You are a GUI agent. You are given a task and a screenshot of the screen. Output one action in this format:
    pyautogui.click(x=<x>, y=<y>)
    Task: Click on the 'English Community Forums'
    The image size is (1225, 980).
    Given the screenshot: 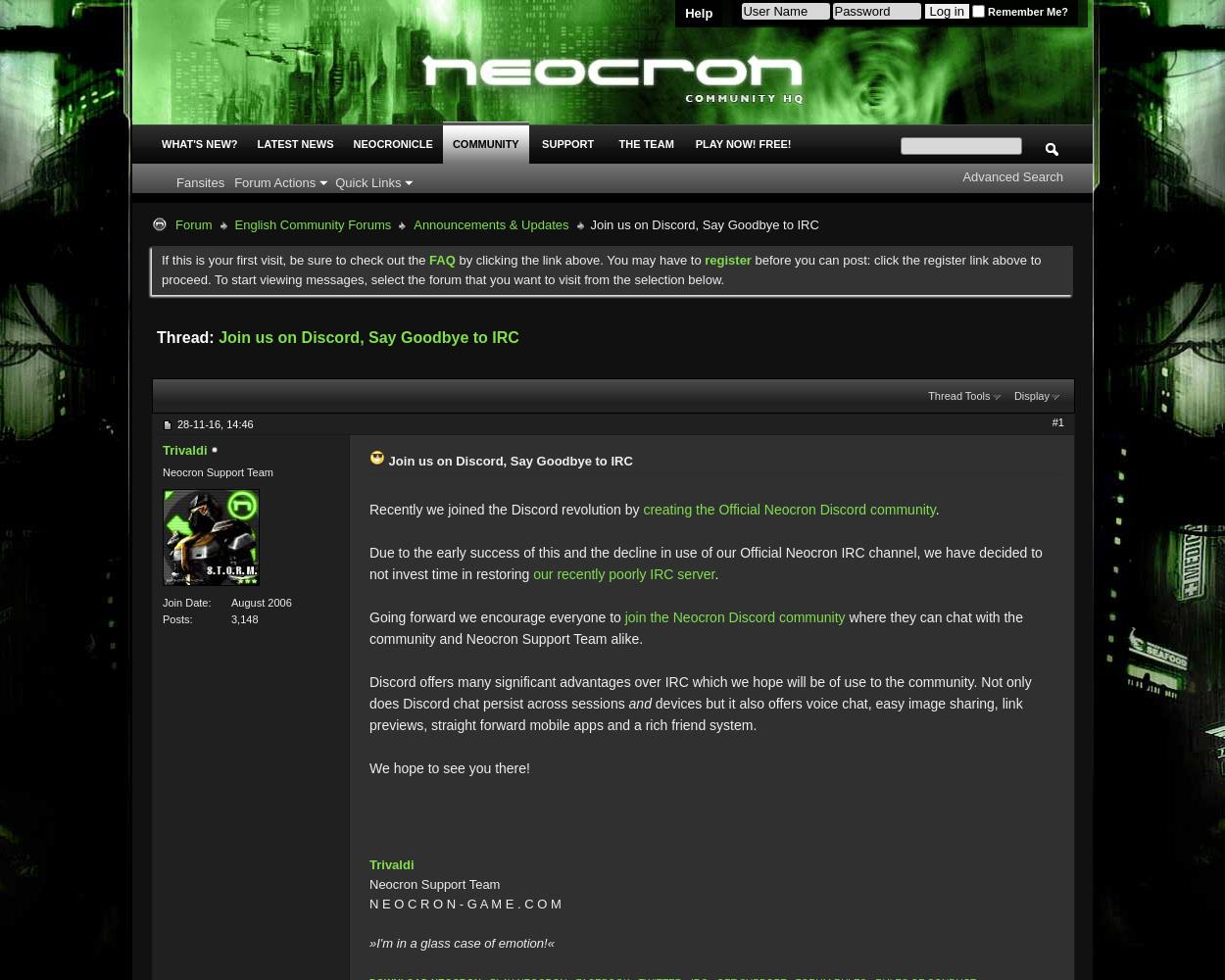 What is the action you would take?
    pyautogui.click(x=312, y=223)
    